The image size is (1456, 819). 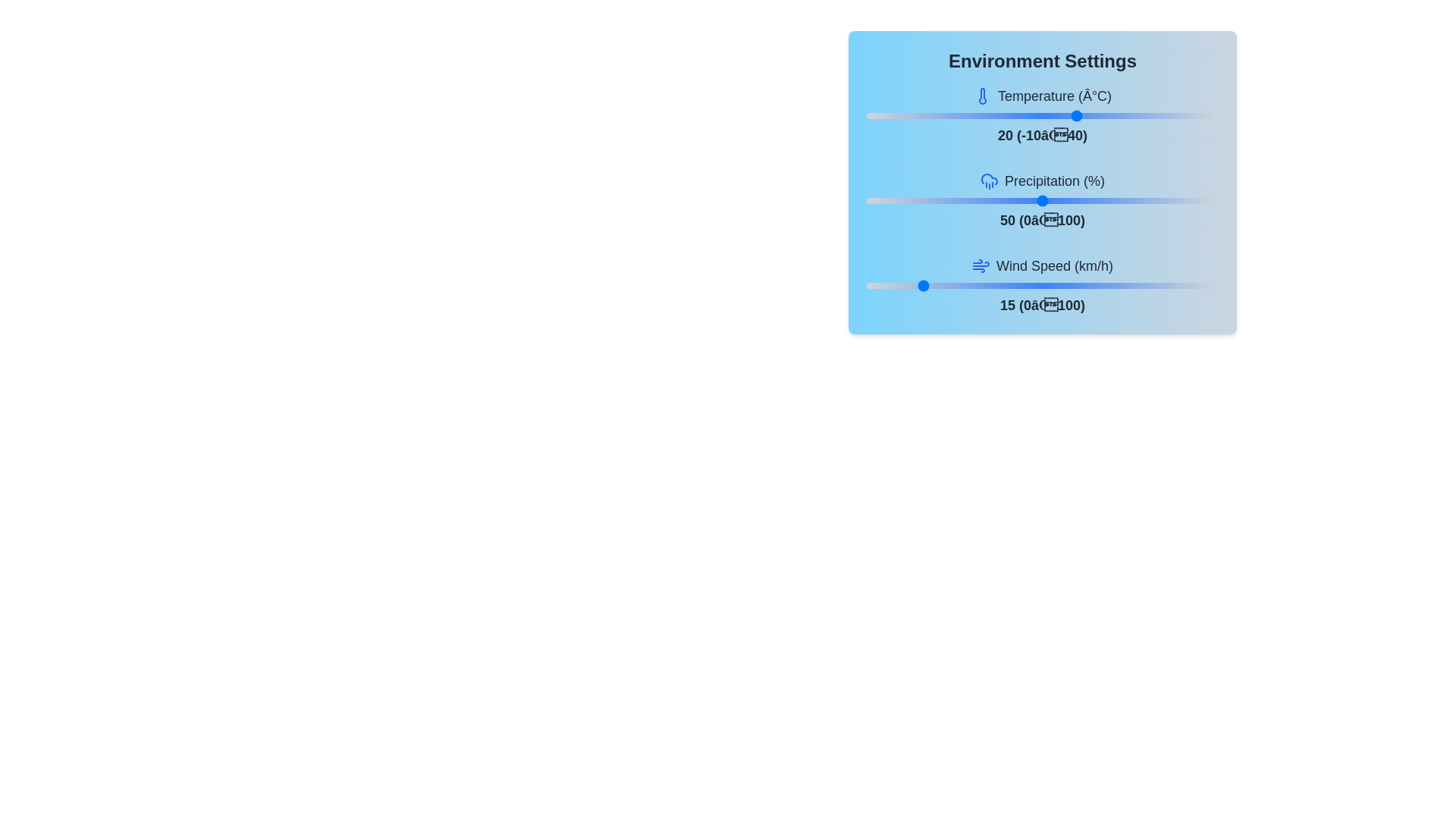 I want to click on the label 'Wind Speed (km/h)' which is styled with a medium gray font and has a blue wind icon, located in the third row of the environment settings panel, so click(x=1041, y=265).